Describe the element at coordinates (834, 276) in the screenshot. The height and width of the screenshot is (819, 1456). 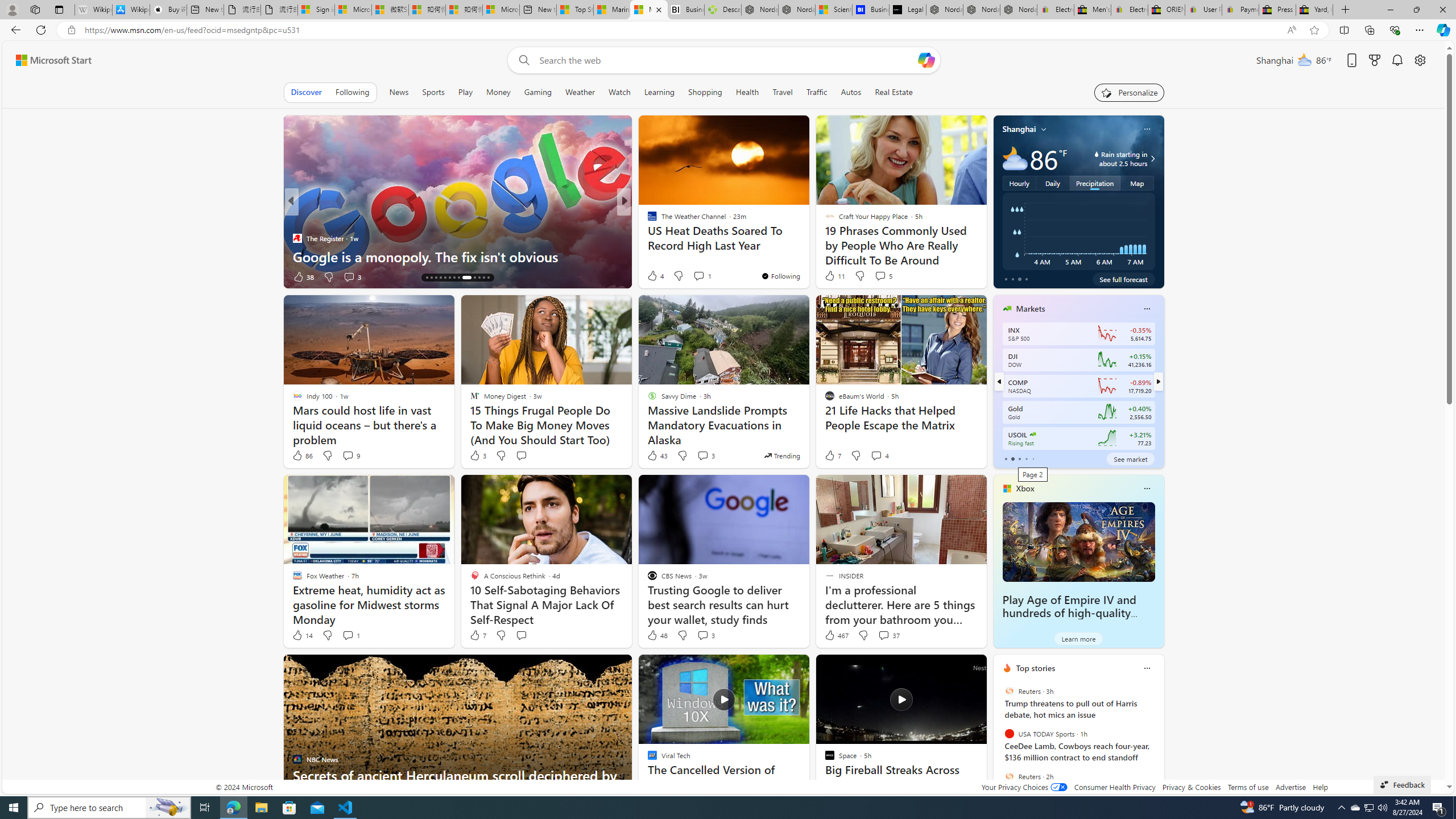
I see `'11 Like'` at that location.